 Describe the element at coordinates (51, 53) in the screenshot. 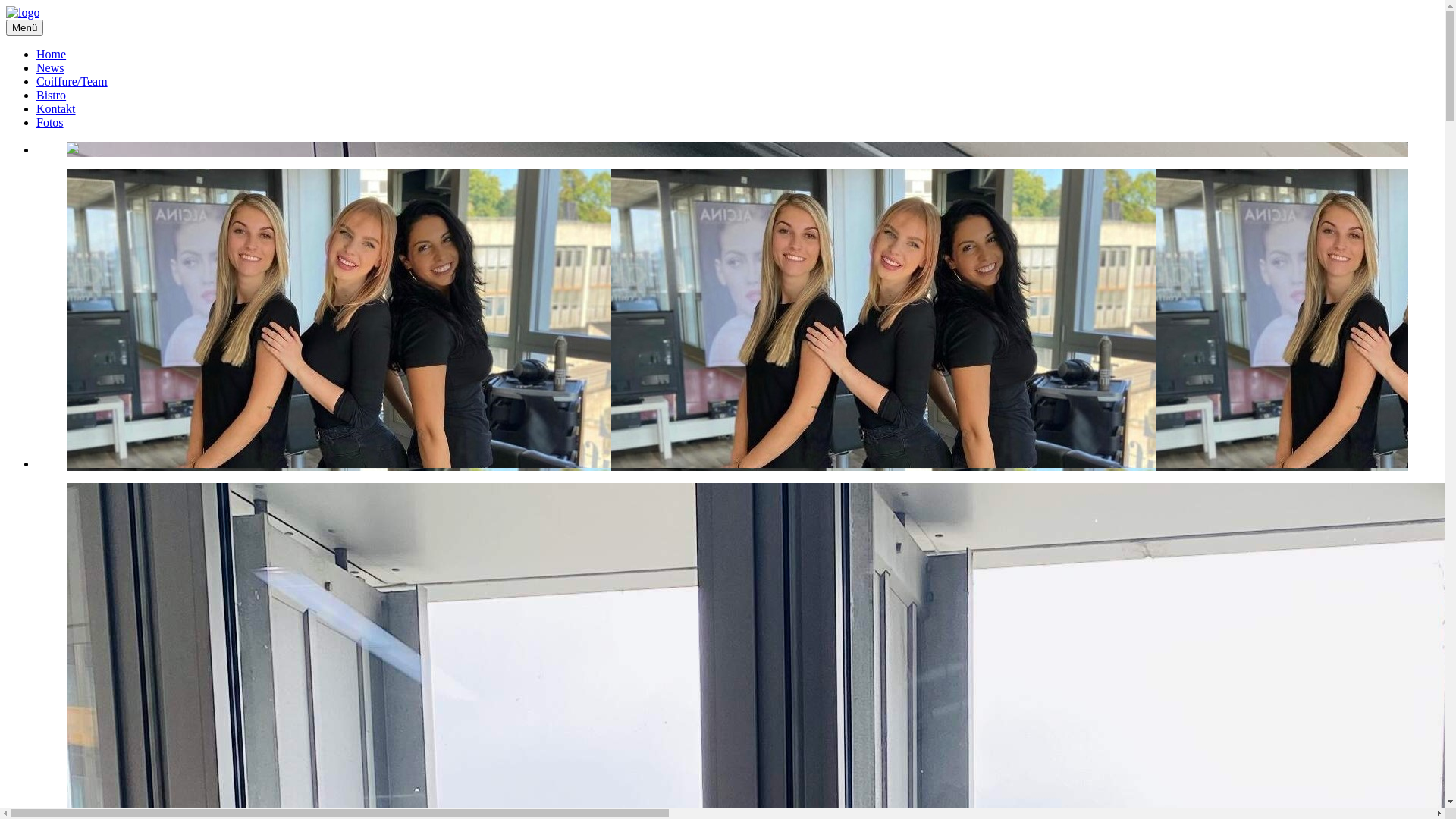

I see `'Home'` at that location.